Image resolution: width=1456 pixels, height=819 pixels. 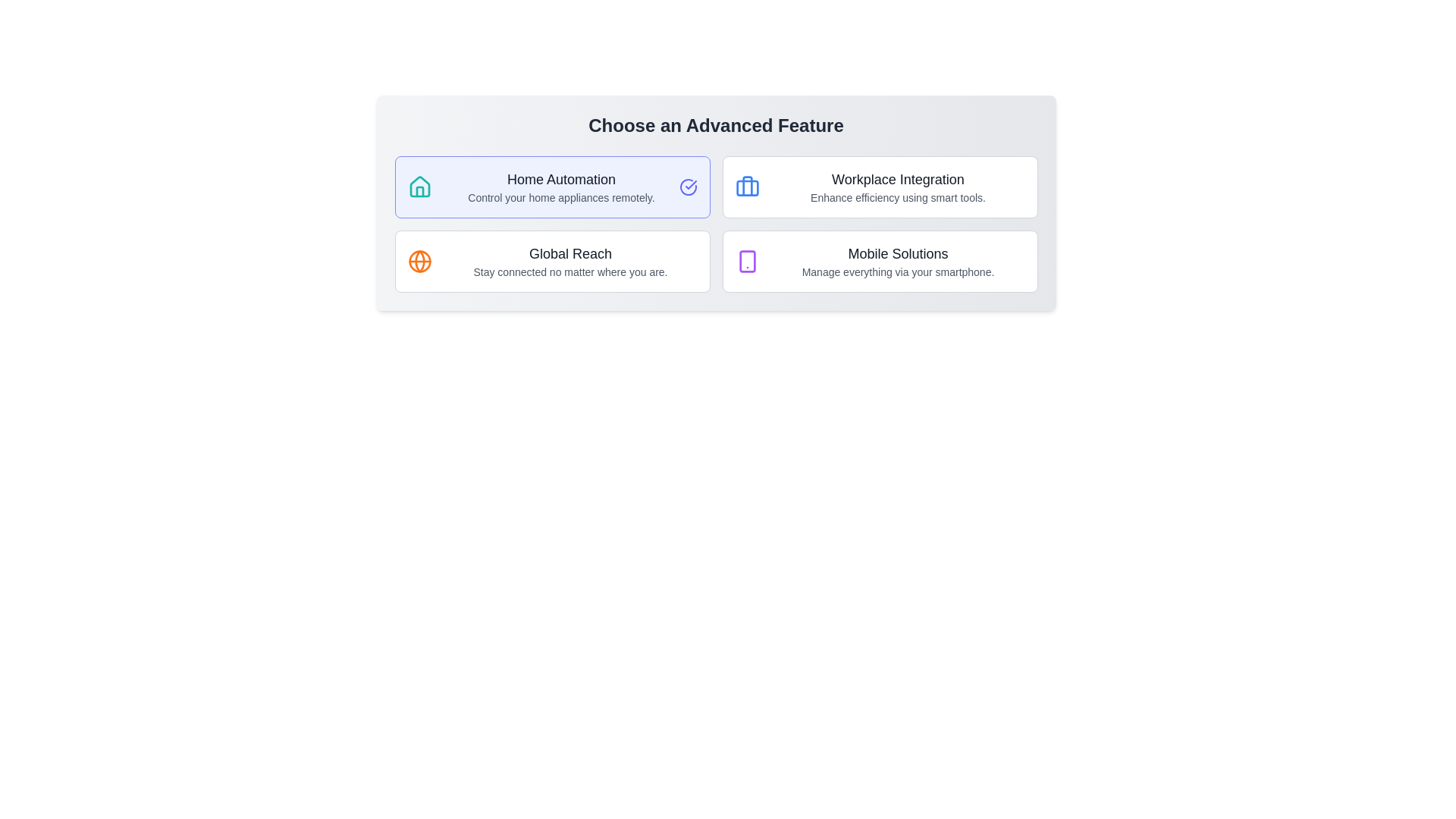 What do you see at coordinates (419, 260) in the screenshot?
I see `the orange globe icon with a grid pattern located to the left of the 'Global Reach' text in the second card of the grid` at bounding box center [419, 260].